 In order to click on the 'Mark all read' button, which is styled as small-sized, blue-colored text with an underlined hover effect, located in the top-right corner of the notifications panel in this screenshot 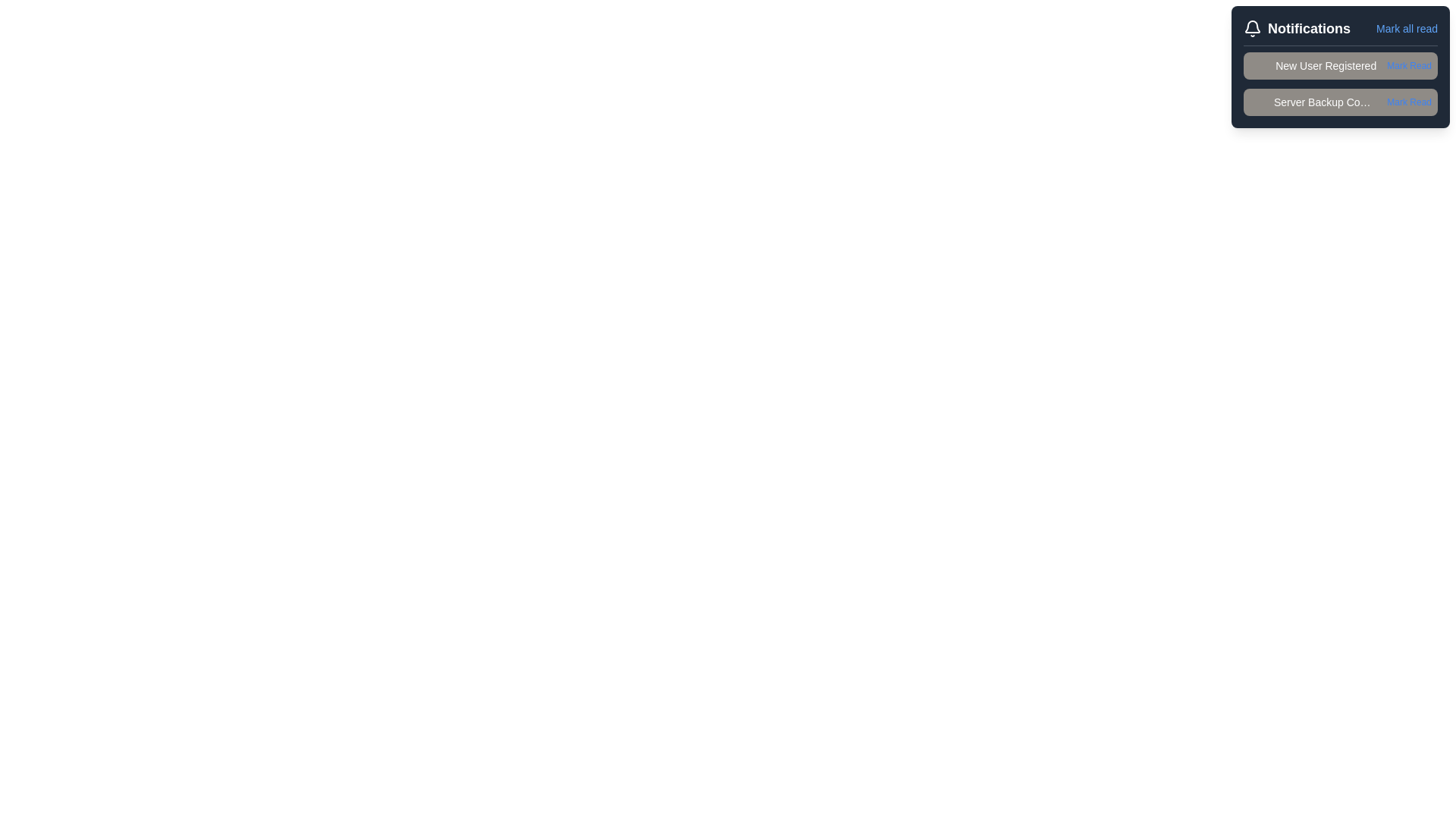, I will do `click(1406, 29)`.